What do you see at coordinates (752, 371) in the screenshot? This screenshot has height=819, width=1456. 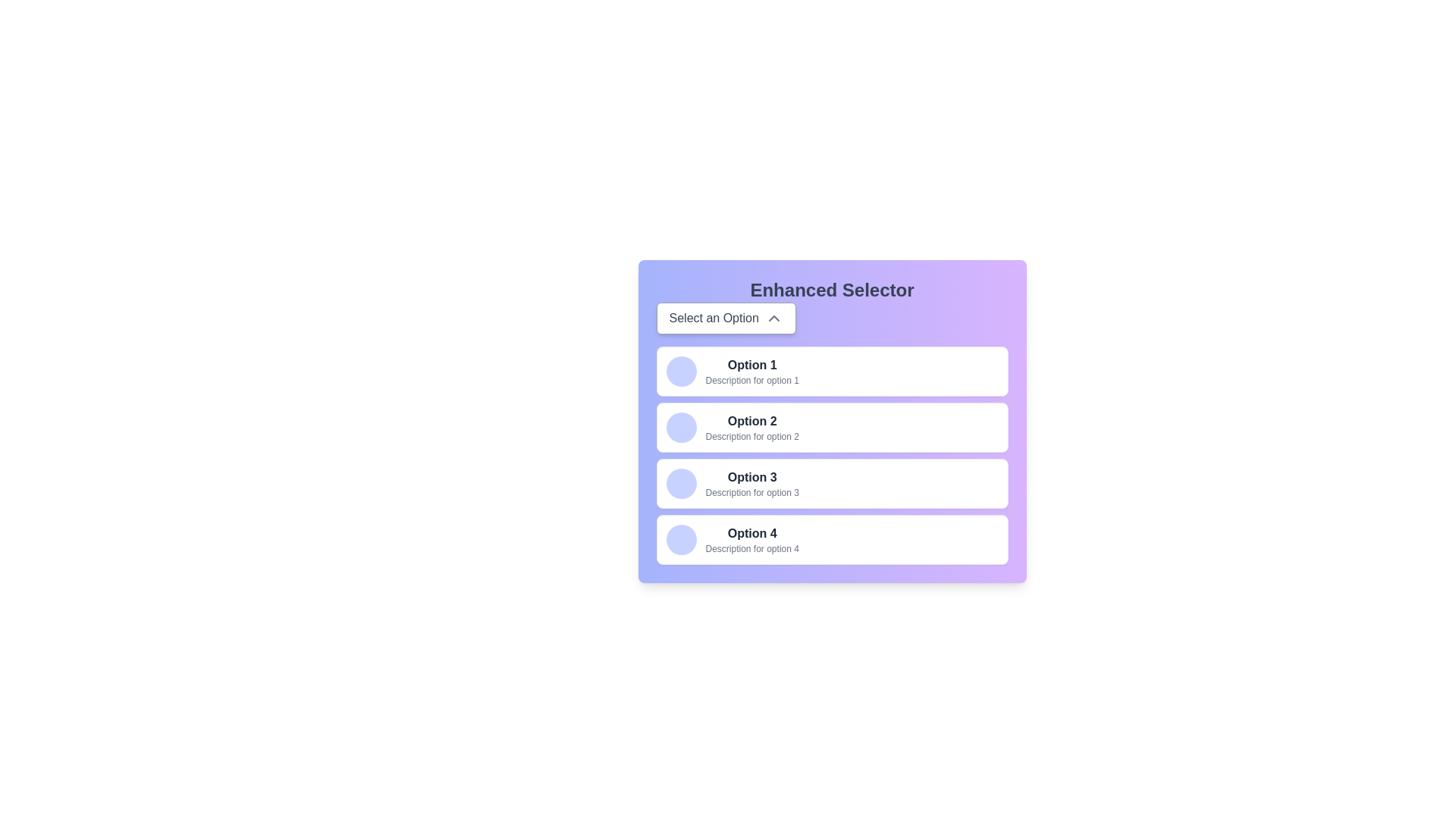 I see `the first selectable list item located` at bounding box center [752, 371].